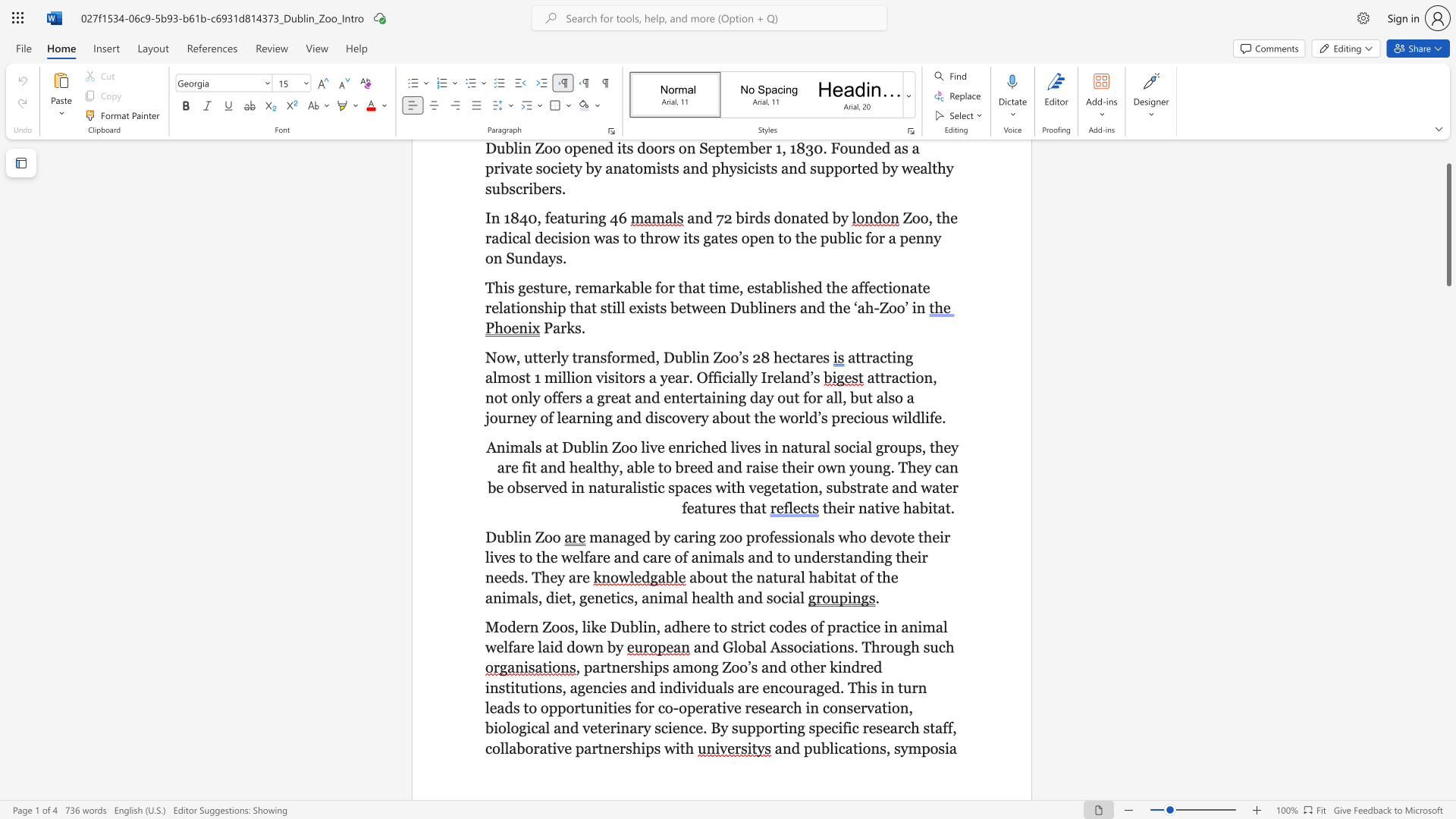 This screenshot has width=1456, height=819. Describe the element at coordinates (886, 647) in the screenshot. I see `the subset text "ough" within the text "and Global Associations. Through such"` at that location.